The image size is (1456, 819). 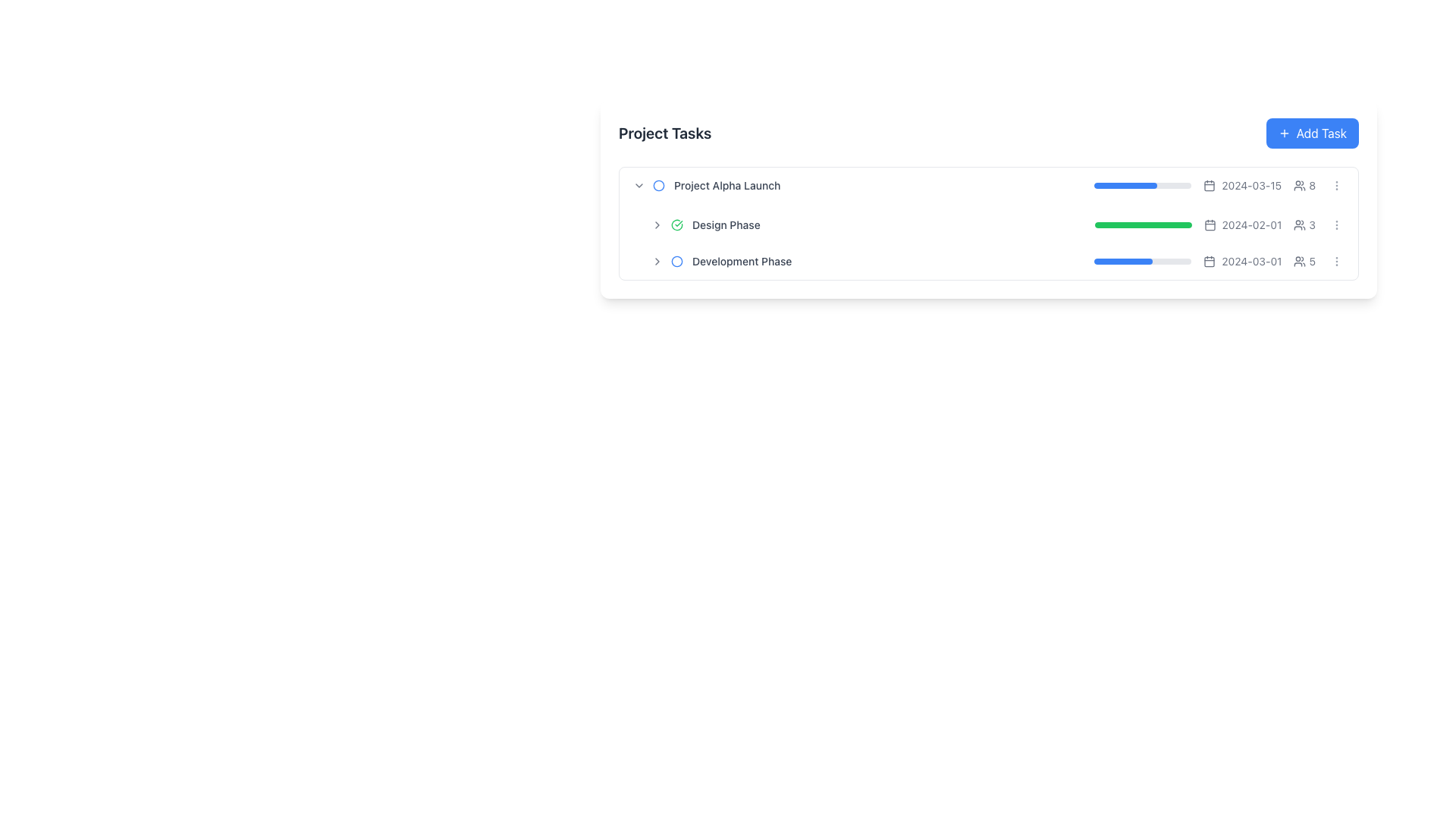 I want to click on displayed number of users or members associated with the task or feature, located to the right of the people icon in the row for '2024-02-01', so click(x=1311, y=185).